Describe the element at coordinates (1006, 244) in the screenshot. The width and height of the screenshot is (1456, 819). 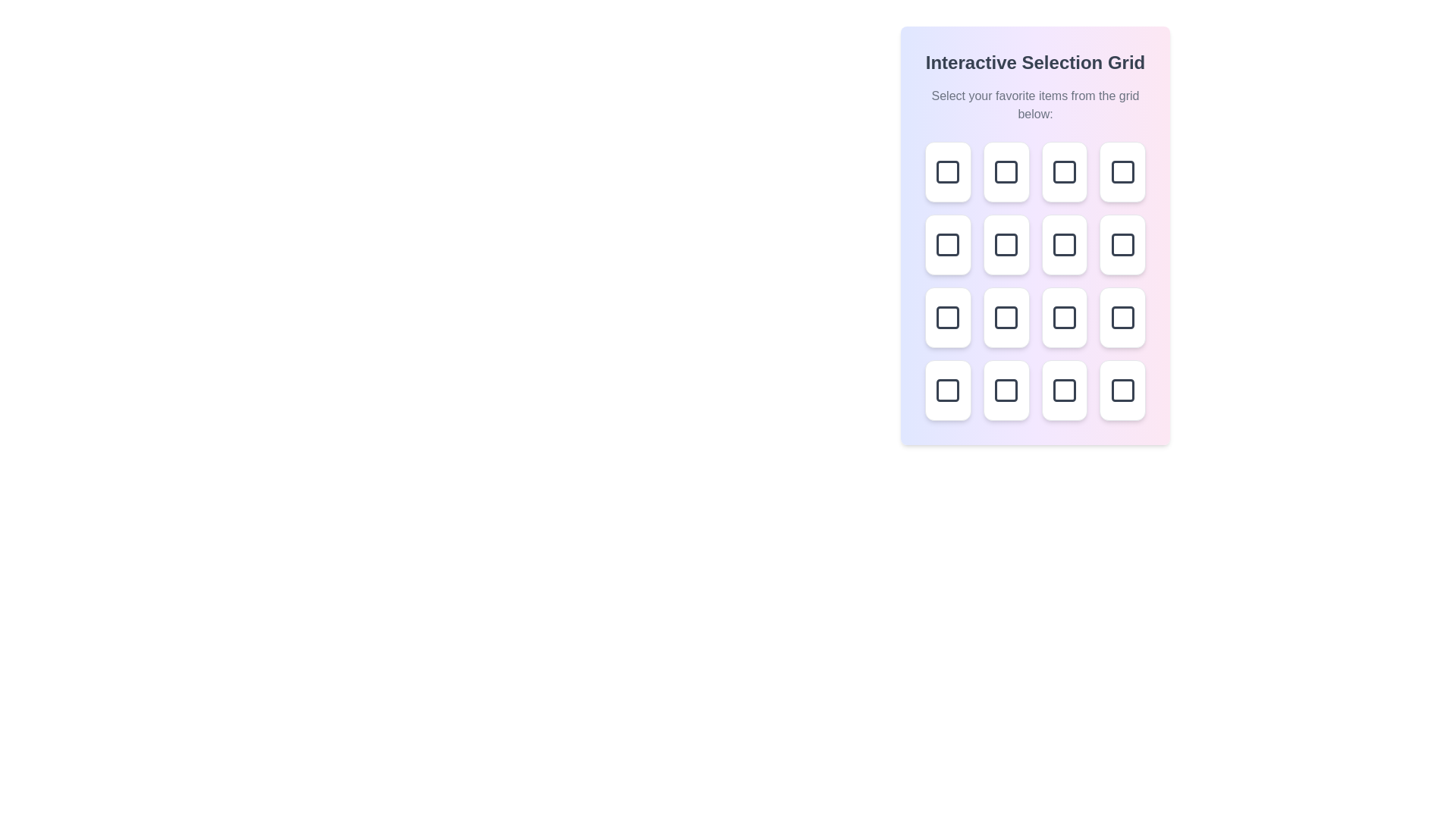
I see `the selectable option button located in the second row and third column of the grid layout` at that location.